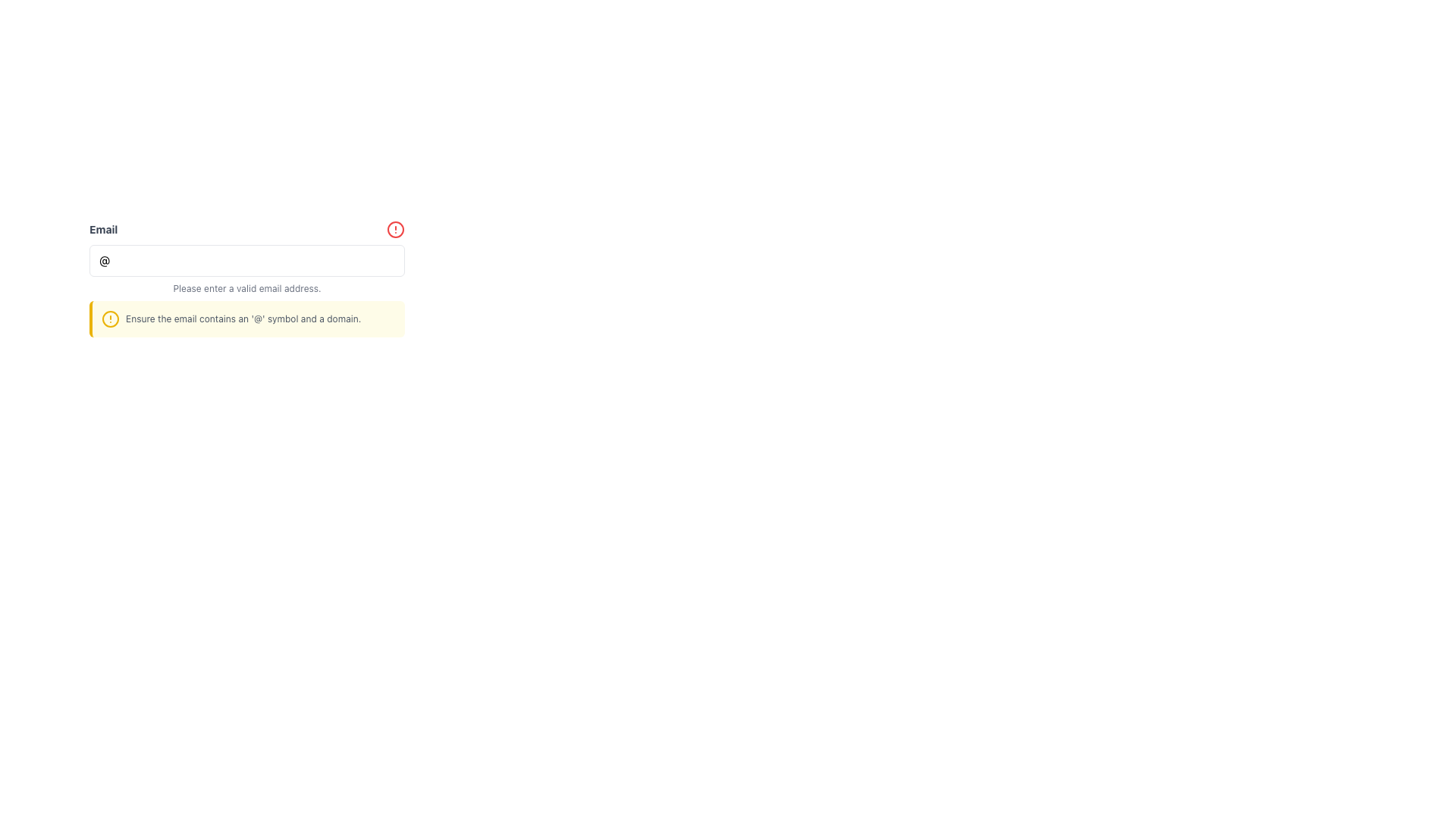 The width and height of the screenshot is (1456, 819). What do you see at coordinates (247, 318) in the screenshot?
I see `the Notification banner that has a light yellow background, a yellow left border, and contains the message 'Ensure the email contains an '@' symbol and a domain.'` at bounding box center [247, 318].